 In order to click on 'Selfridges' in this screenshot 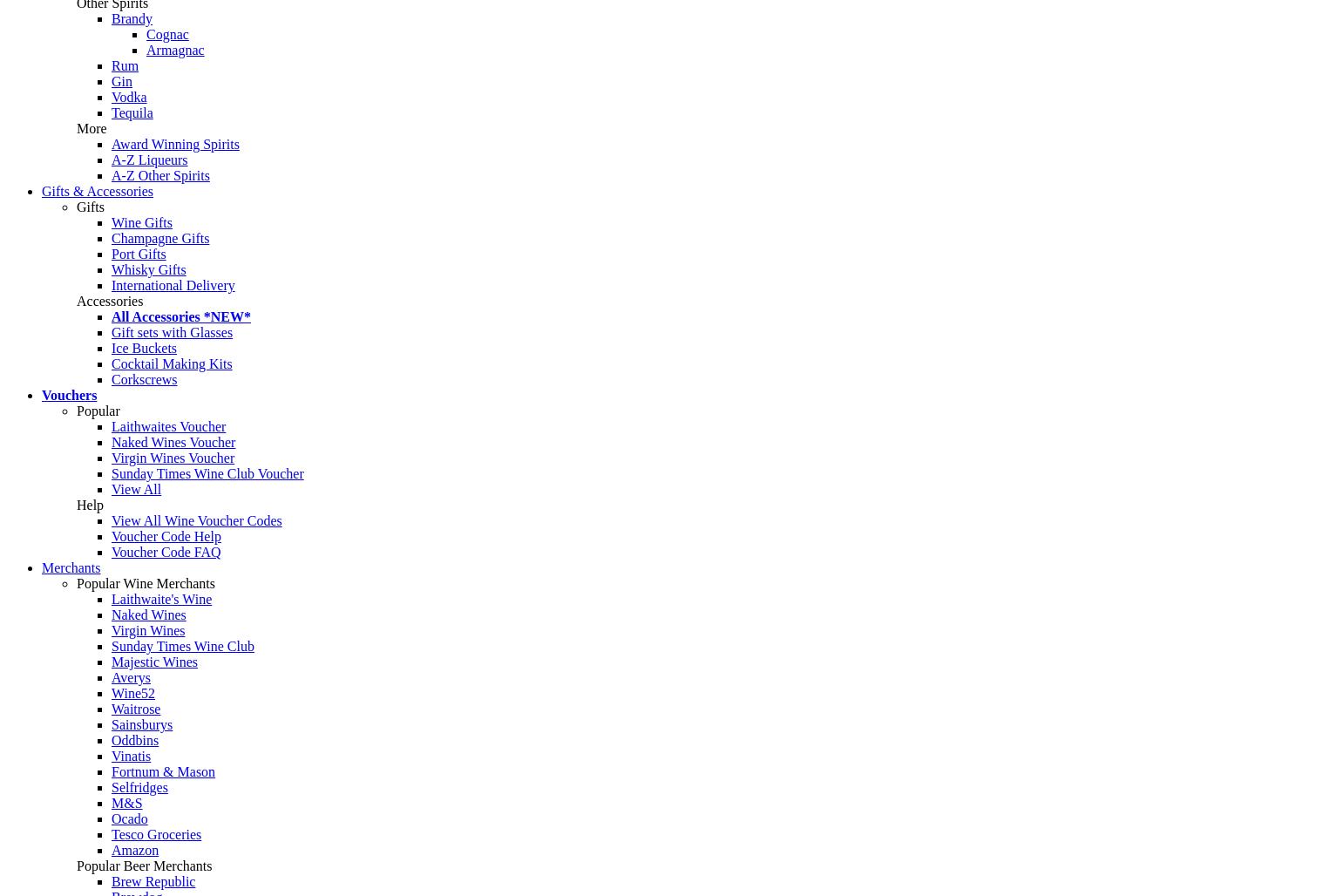, I will do `click(138, 787)`.